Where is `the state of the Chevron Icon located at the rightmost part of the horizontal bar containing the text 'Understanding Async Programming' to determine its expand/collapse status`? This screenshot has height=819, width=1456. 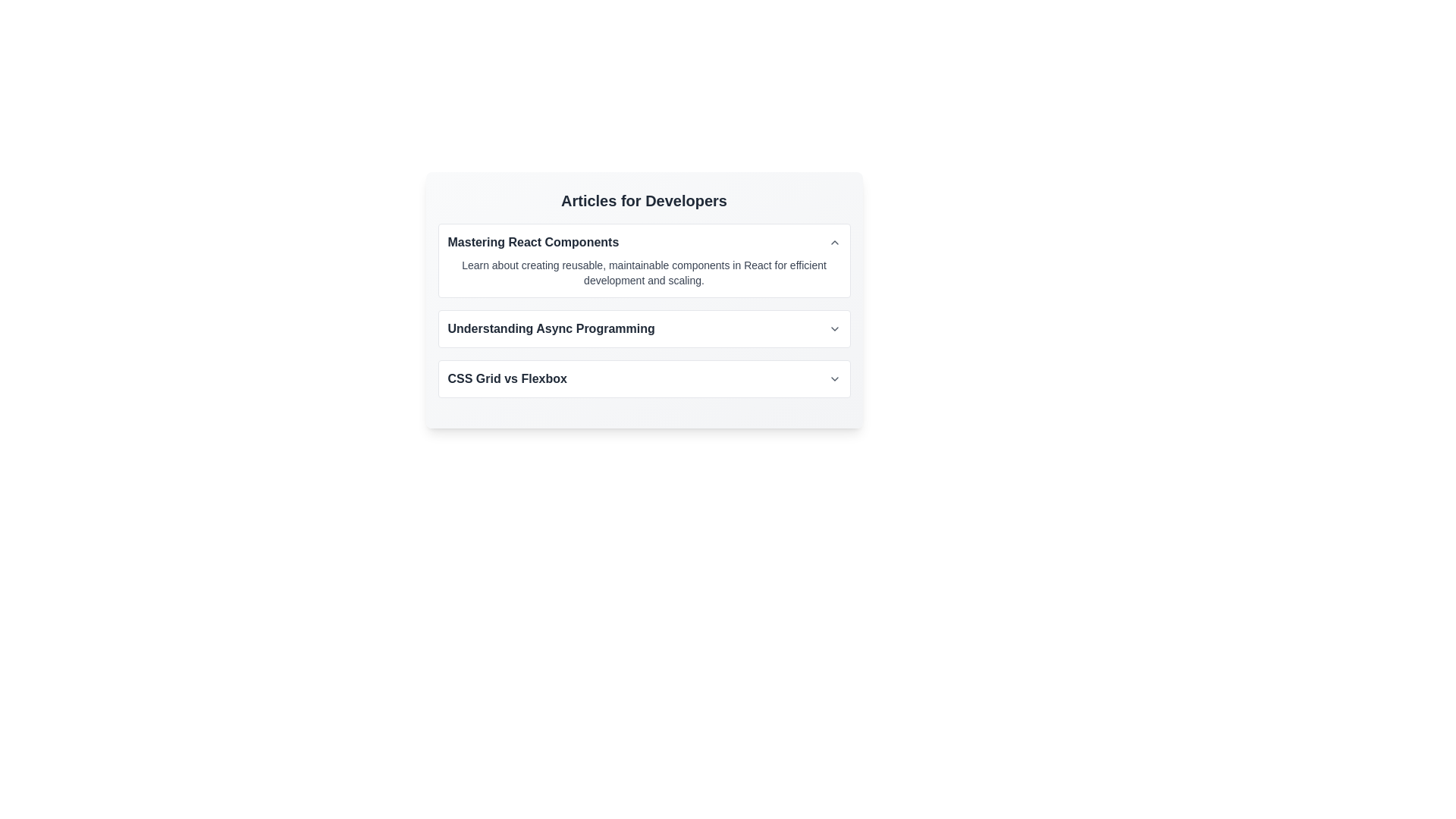 the state of the Chevron Icon located at the rightmost part of the horizontal bar containing the text 'Understanding Async Programming' to determine its expand/collapse status is located at coordinates (833, 328).